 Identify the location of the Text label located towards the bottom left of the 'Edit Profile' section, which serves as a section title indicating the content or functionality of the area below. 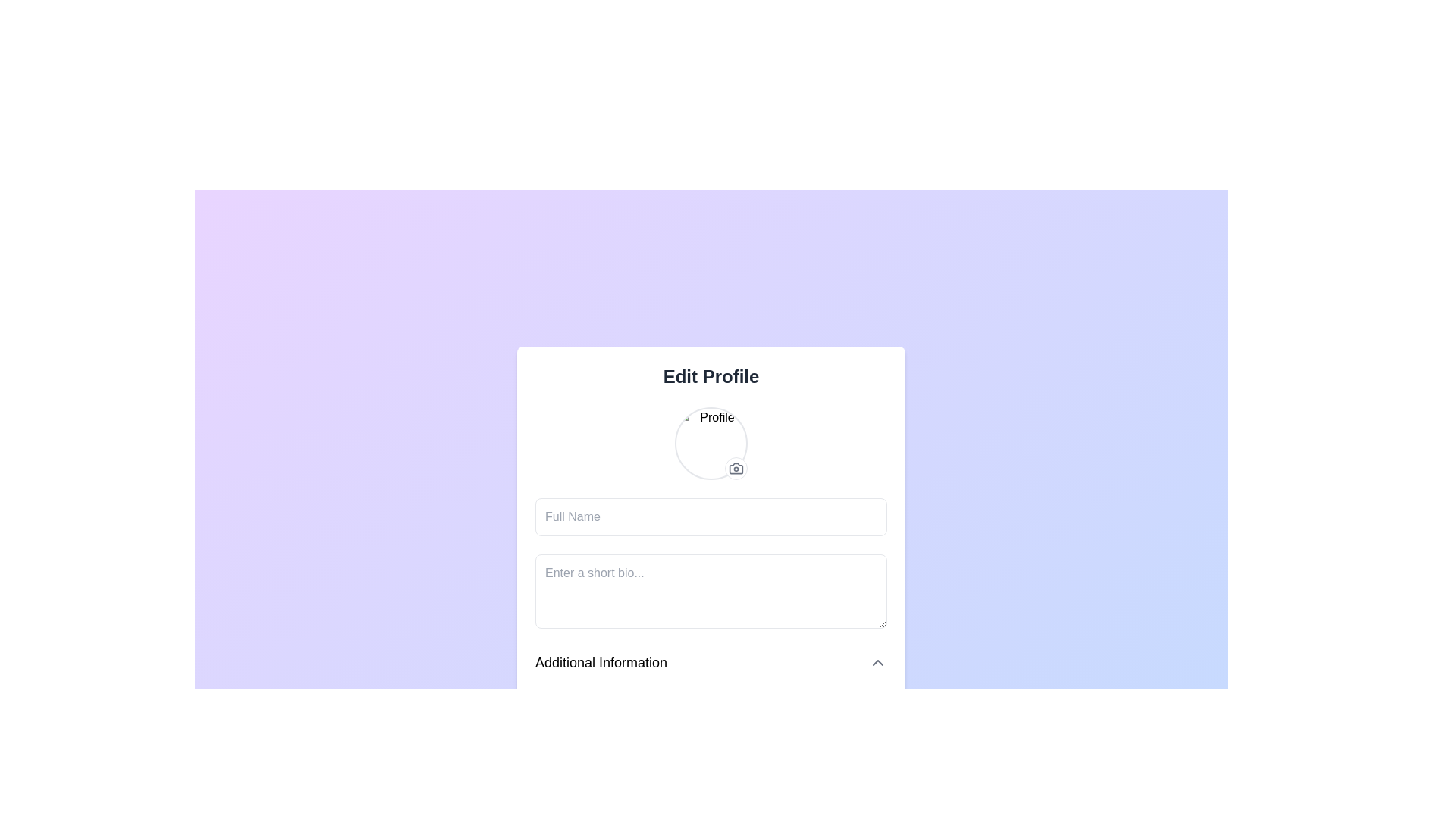
(600, 661).